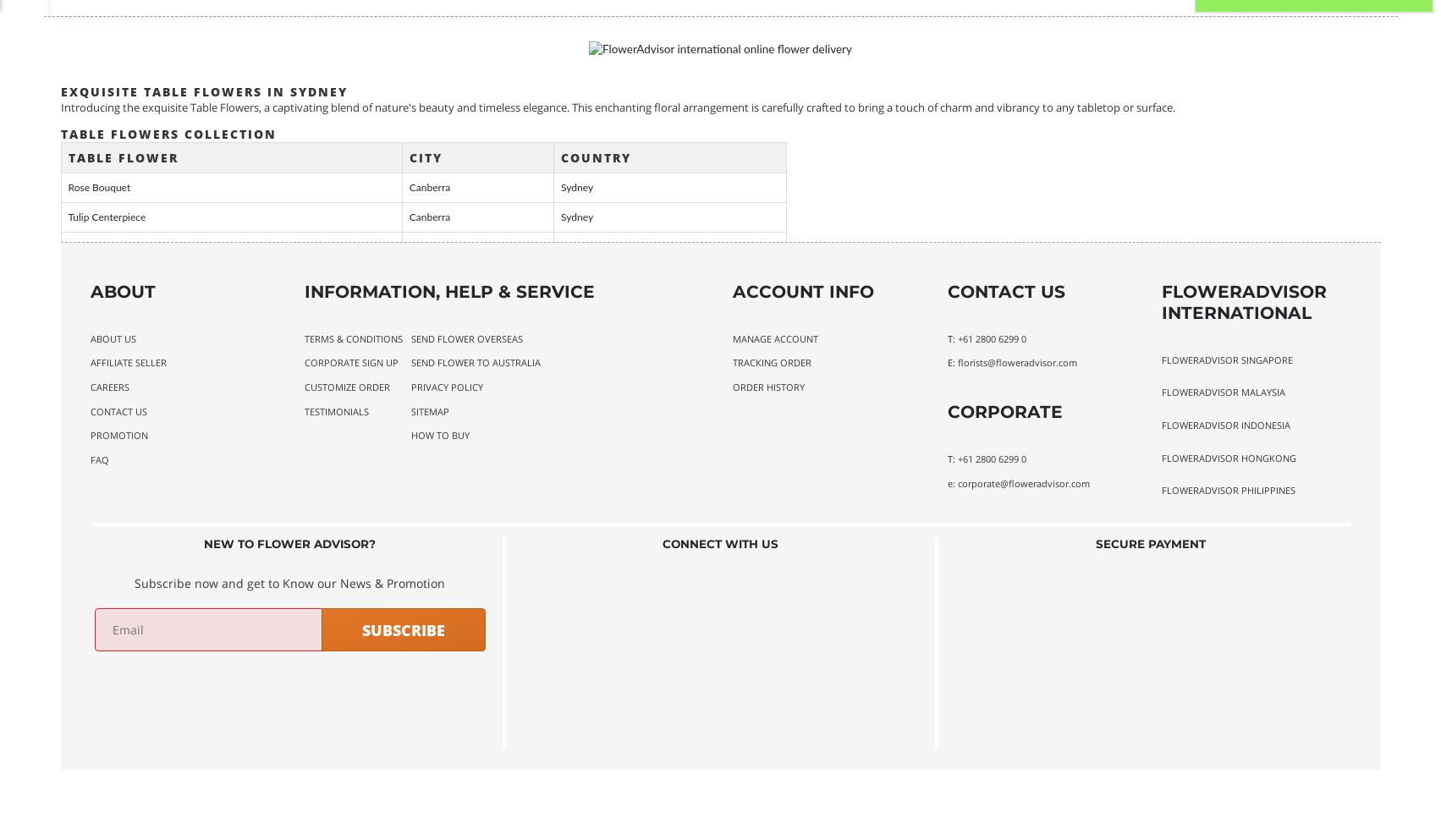  What do you see at coordinates (303, 409) in the screenshot?
I see `'Testimonials'` at bounding box center [303, 409].